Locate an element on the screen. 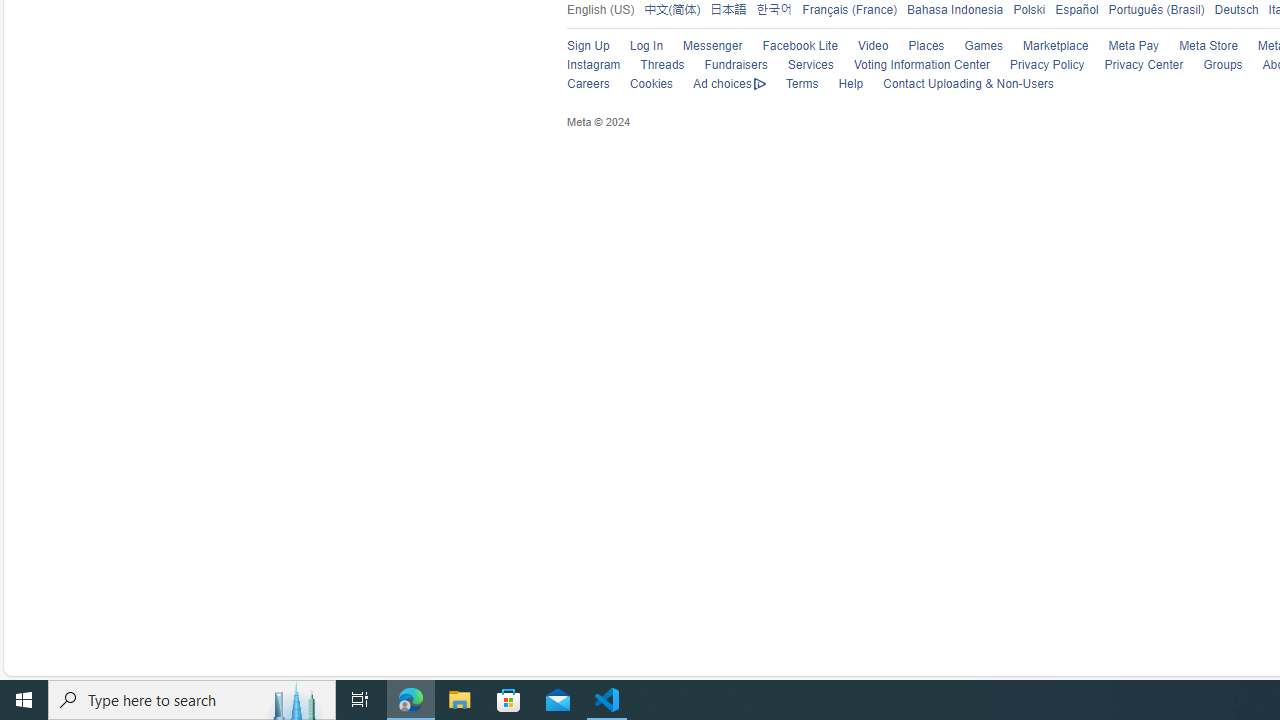 The image size is (1280, 720). 'Deutsch' is located at coordinates (1235, 9).